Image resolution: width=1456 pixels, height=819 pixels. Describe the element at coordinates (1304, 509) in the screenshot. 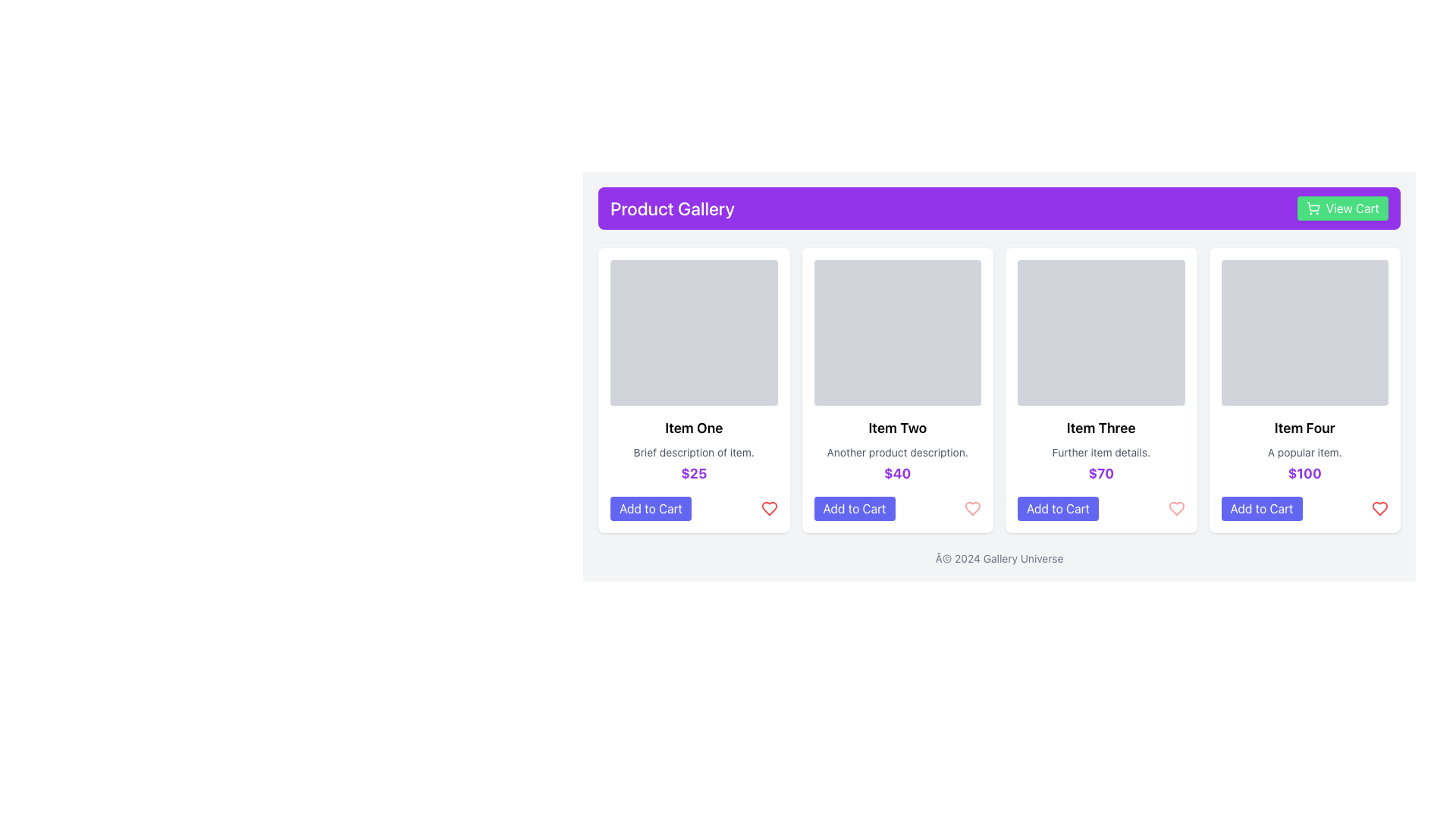

I see `the 'Add to Cart' button in the Composite component located in the fourth column of the product grid beneath the item description 'A popular item.' and the price '$100'` at that location.